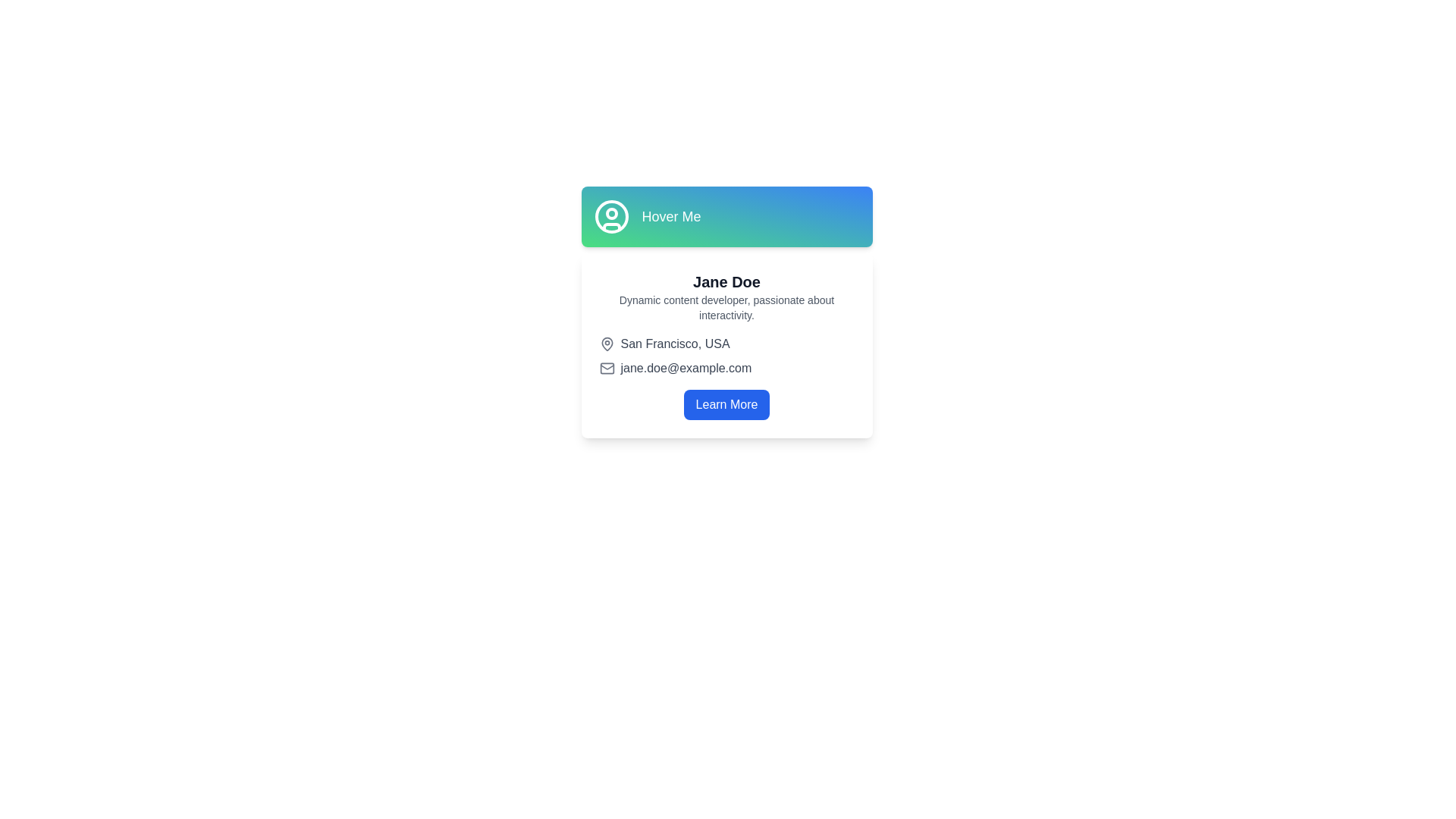 This screenshot has width=1456, height=819. What do you see at coordinates (726, 344) in the screenshot?
I see `the text label displaying the user's location 'San Francisco, USA', which is positioned under the heading 'Jane Doe' and above the email address 'jane.doe@example.com'` at bounding box center [726, 344].